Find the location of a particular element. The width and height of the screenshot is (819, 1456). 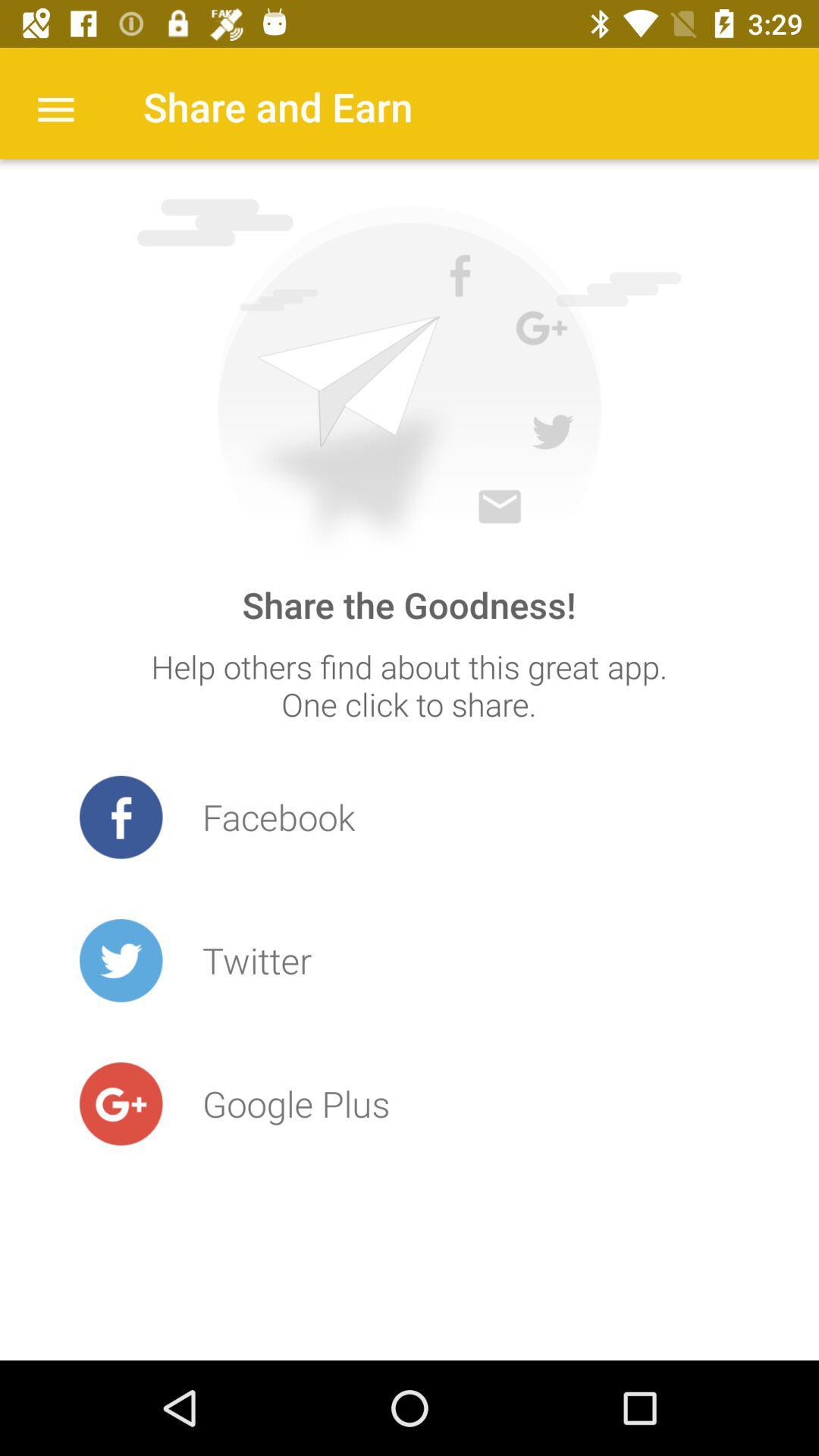

mobile app share is located at coordinates (408, 379).